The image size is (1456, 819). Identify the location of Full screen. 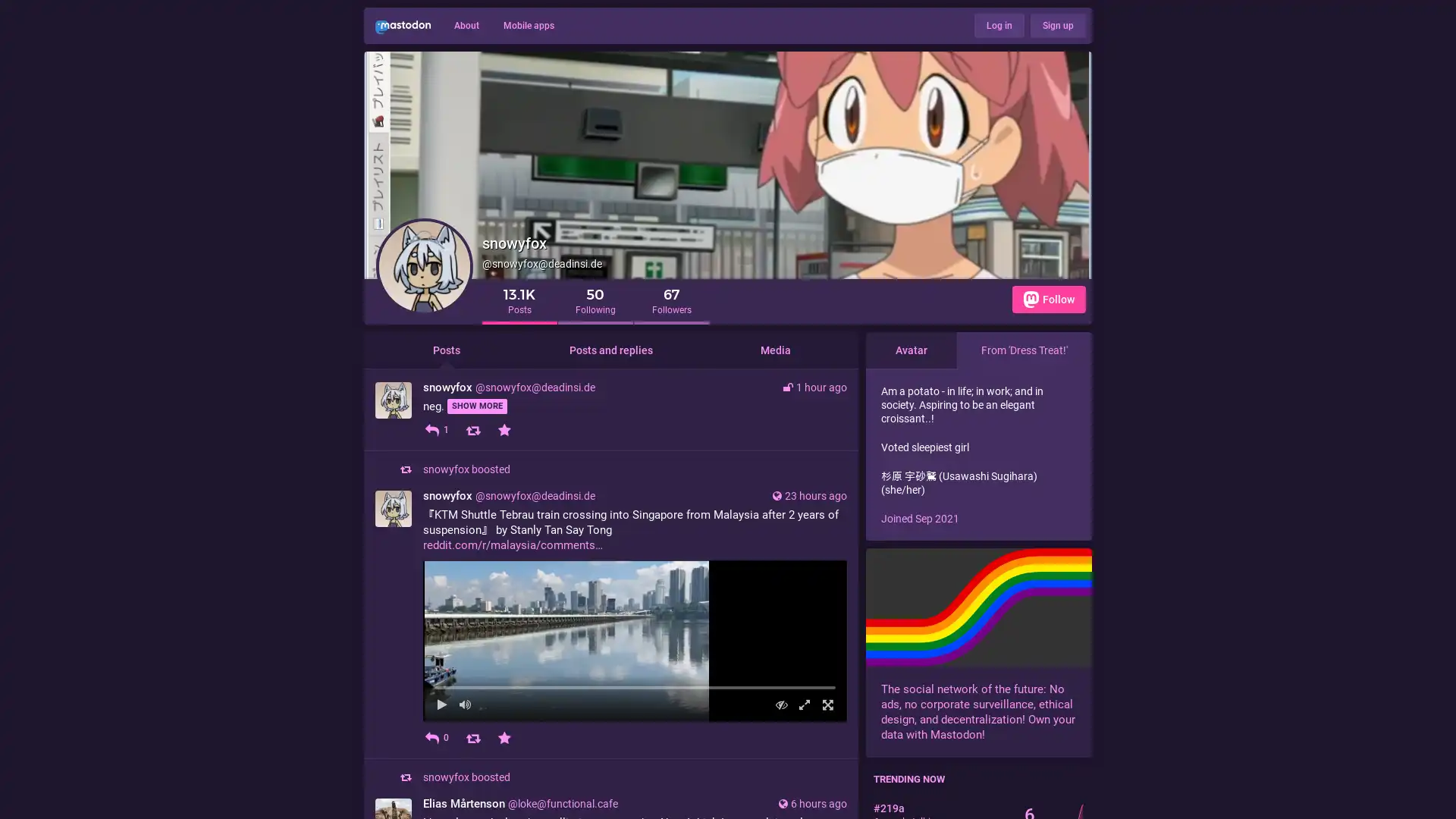
(827, 781).